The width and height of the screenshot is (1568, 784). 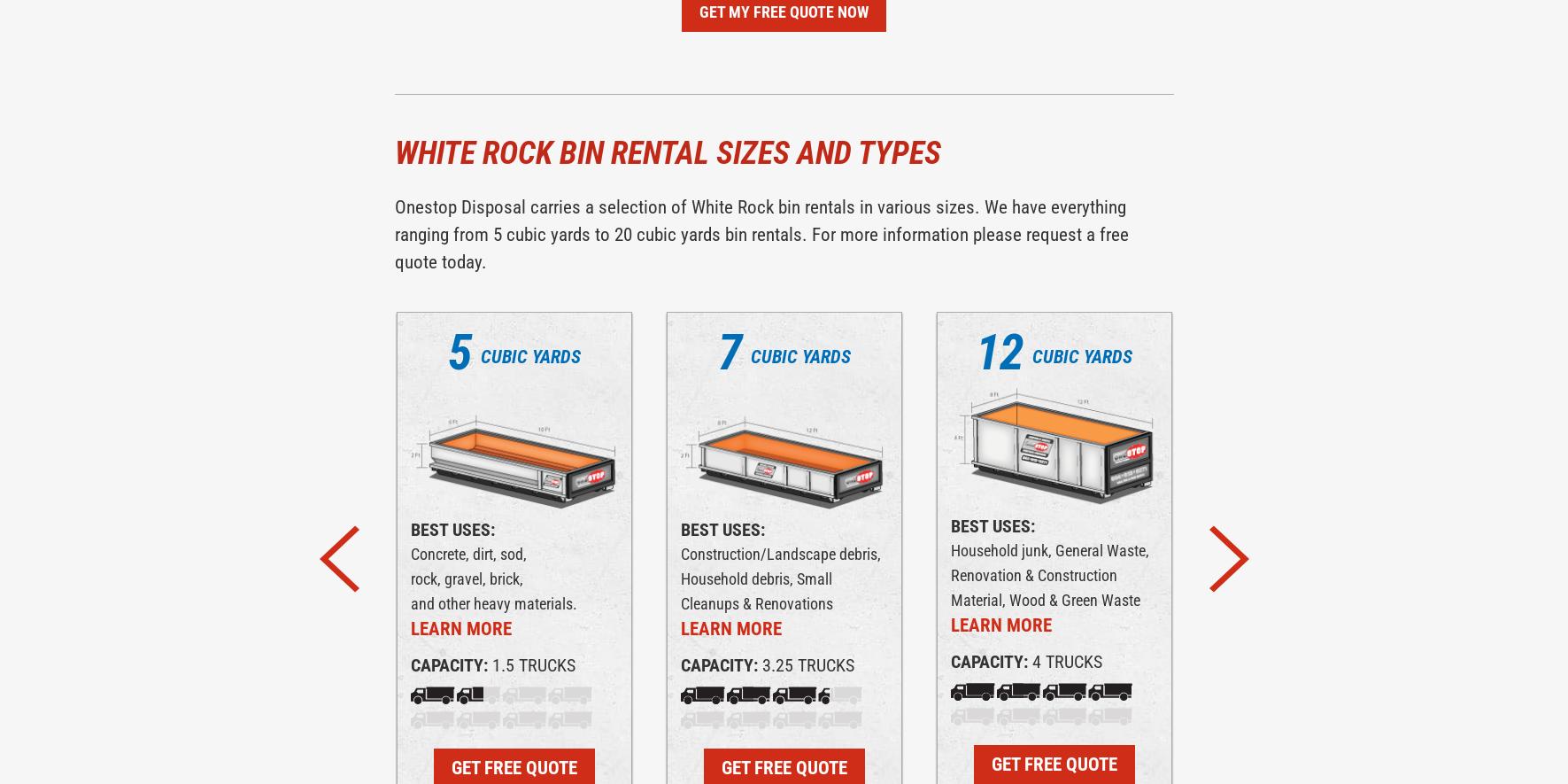 I want to click on 'Onestop Disposal carries a selection of White Rock bin rentals in various sizes. We have everything ranging from 5 cubic yards to 20 cubic yards bin rentals. For more information please request a free quote today.', so click(x=760, y=234).